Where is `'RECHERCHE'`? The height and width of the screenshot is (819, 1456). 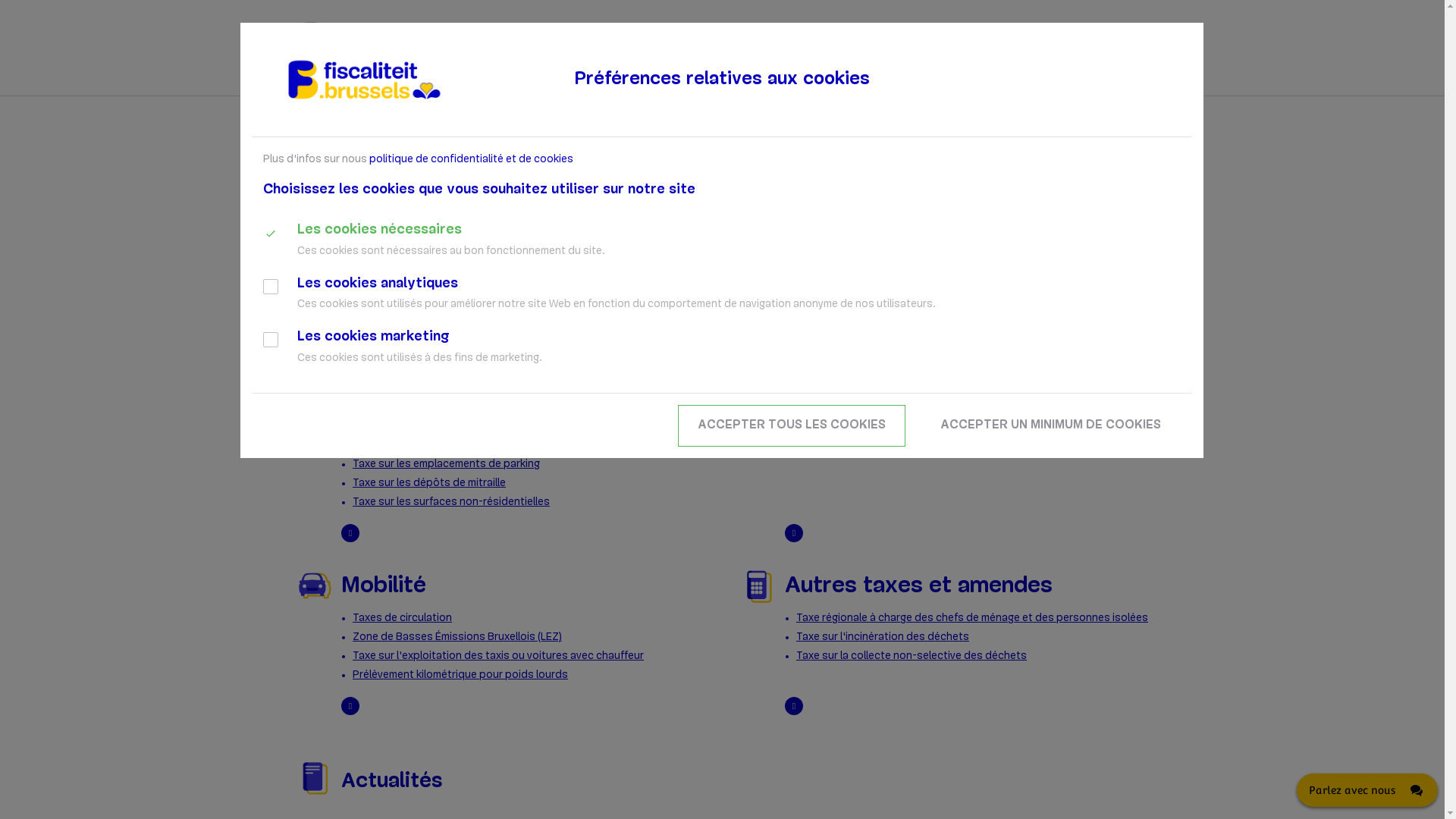
'RECHERCHE' is located at coordinates (1113, 42).